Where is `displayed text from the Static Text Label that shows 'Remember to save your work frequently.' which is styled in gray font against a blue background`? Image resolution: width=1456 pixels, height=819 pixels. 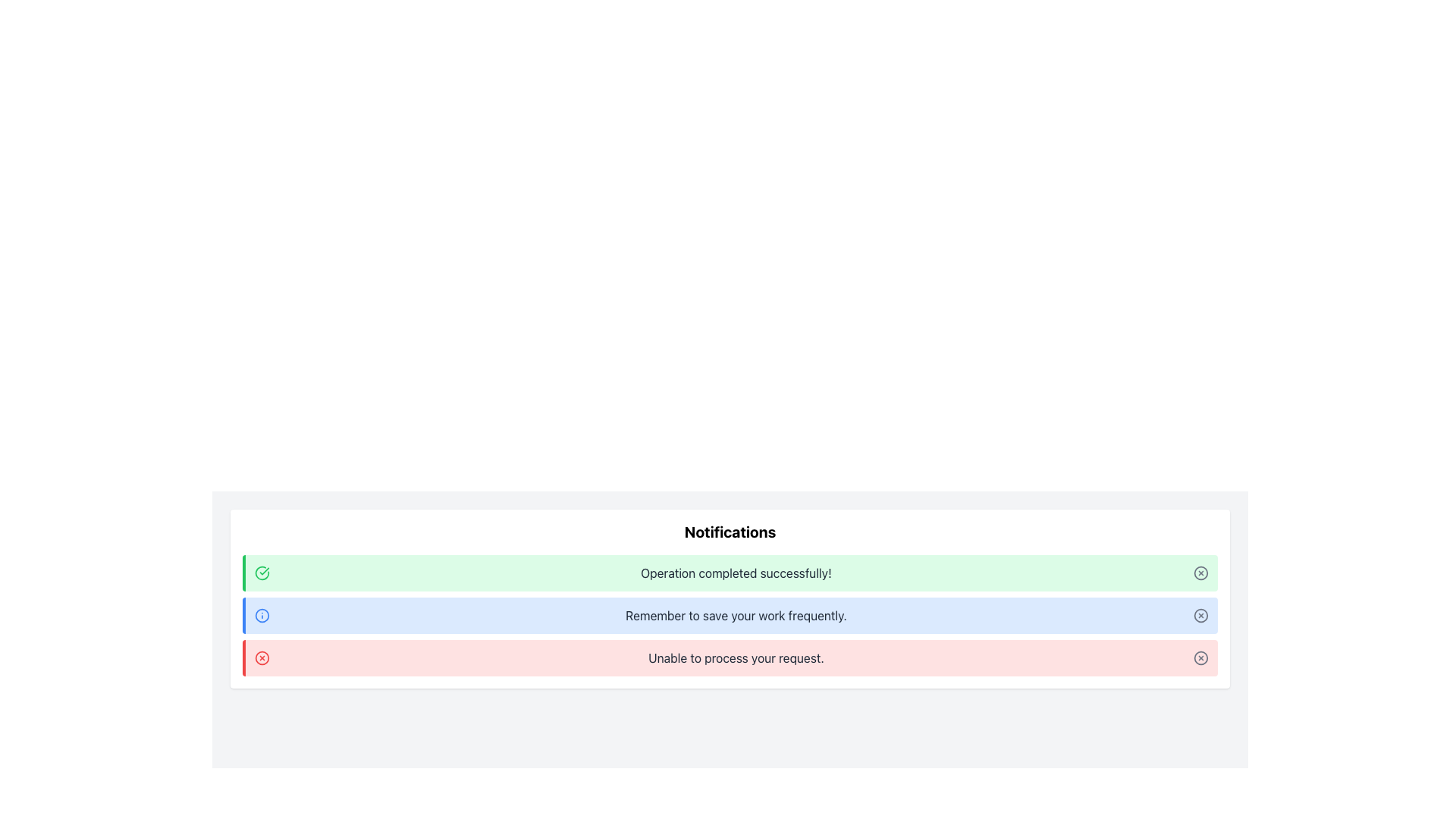
displayed text from the Static Text Label that shows 'Remember to save your work frequently.' which is styled in gray font against a blue background is located at coordinates (736, 616).